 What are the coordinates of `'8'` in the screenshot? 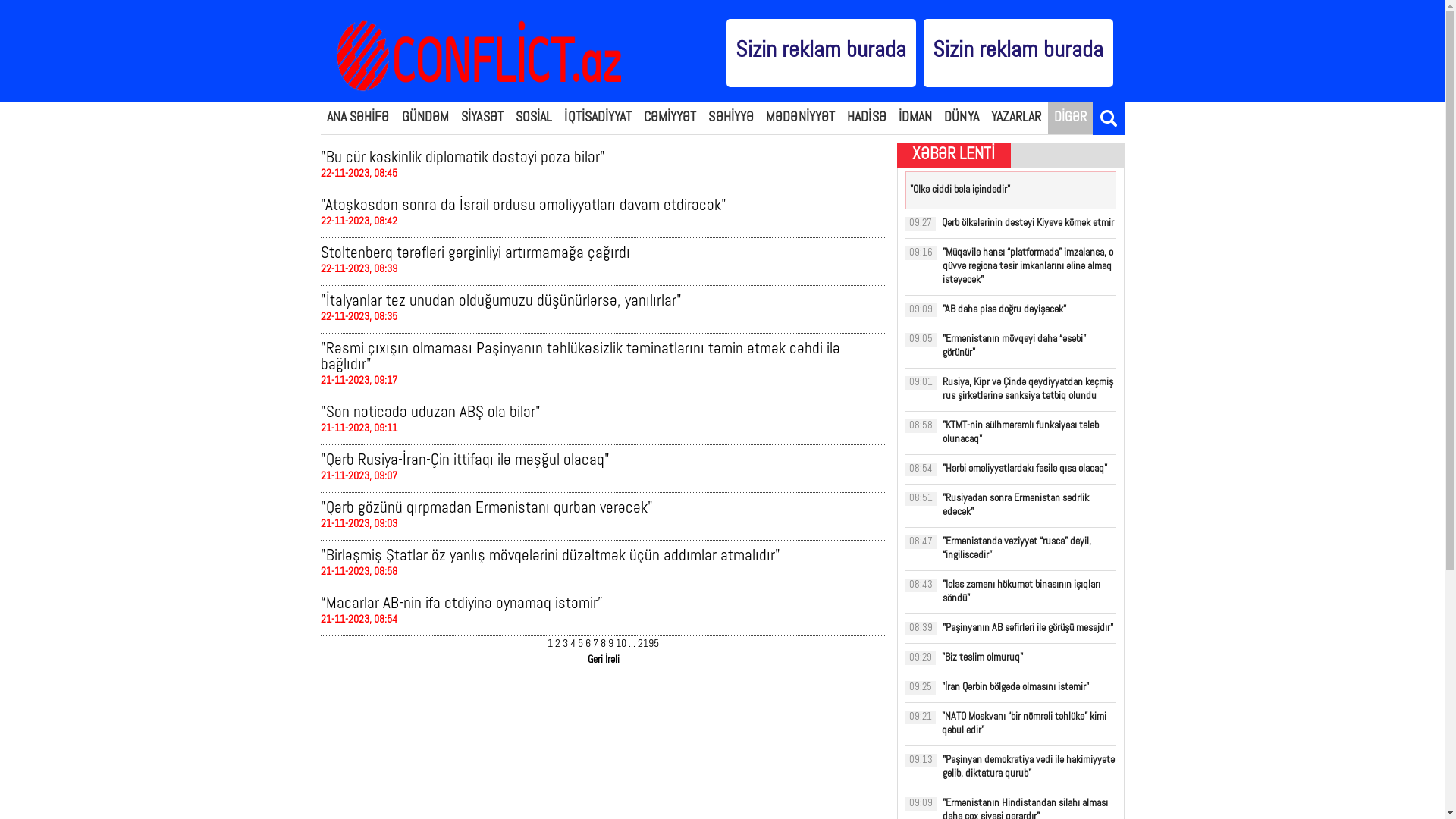 It's located at (600, 644).